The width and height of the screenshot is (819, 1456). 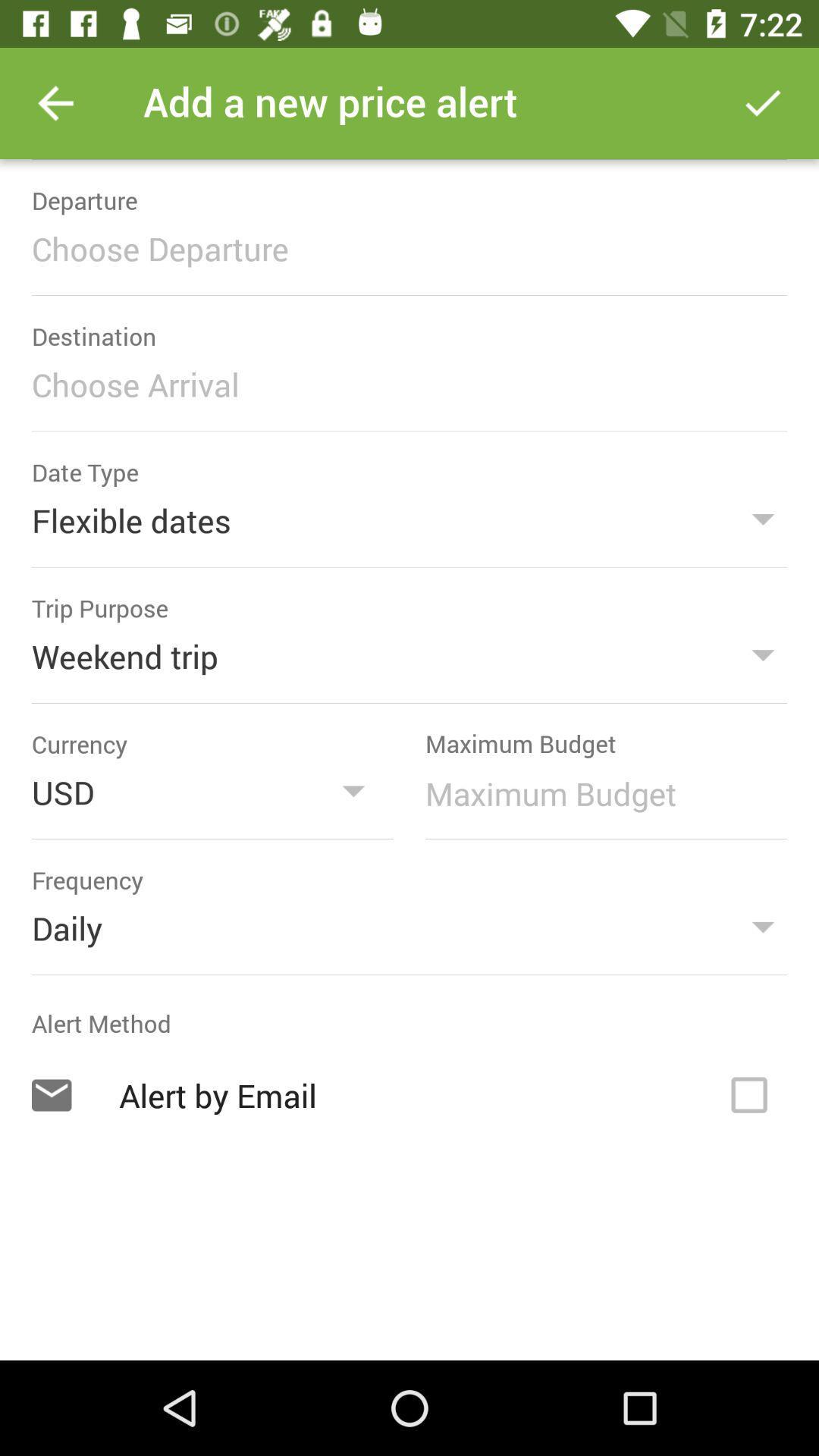 I want to click on item to the left of the add a new item, so click(x=55, y=102).